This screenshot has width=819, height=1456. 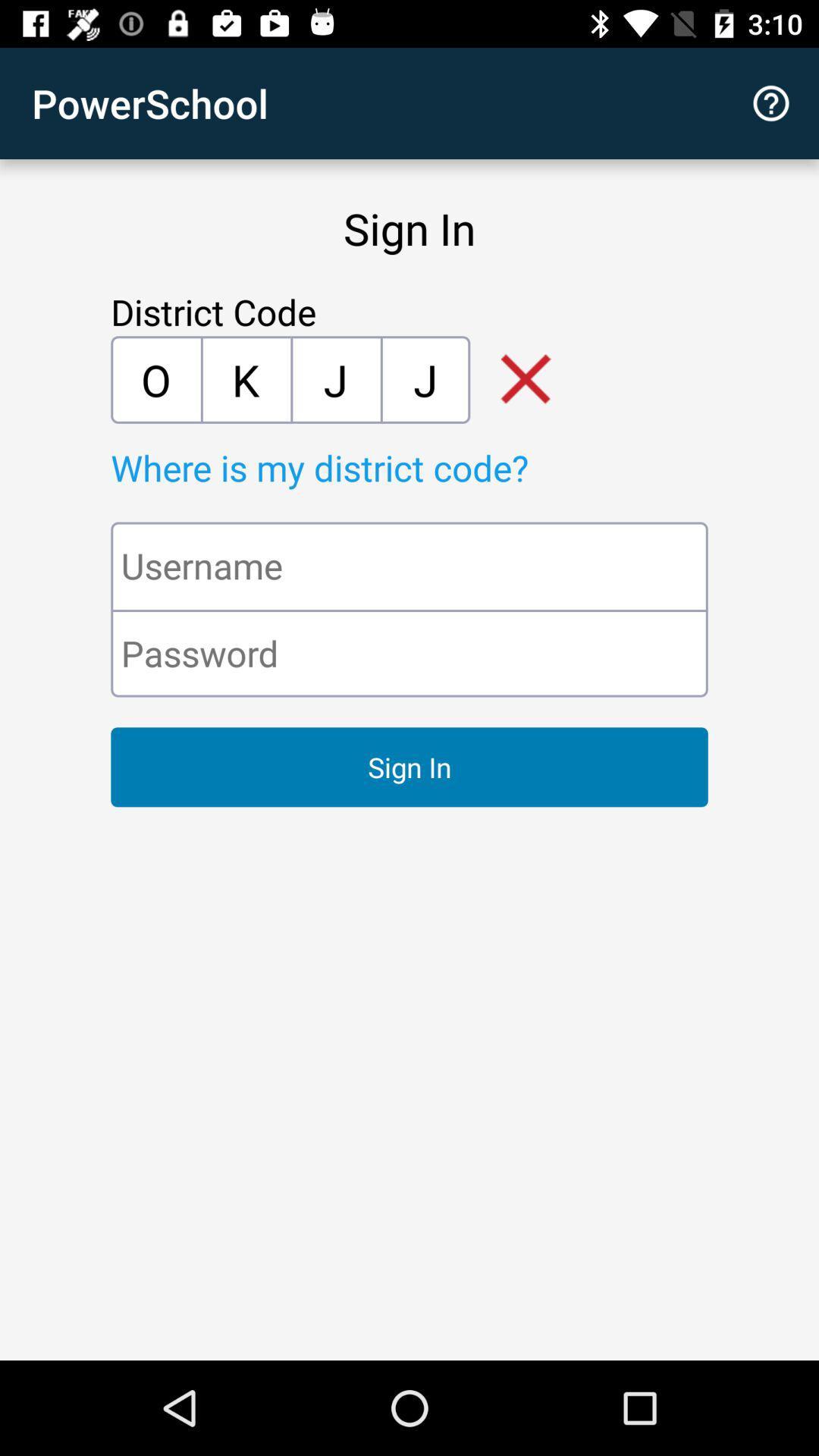 What do you see at coordinates (409, 565) in the screenshot?
I see `the text field username` at bounding box center [409, 565].